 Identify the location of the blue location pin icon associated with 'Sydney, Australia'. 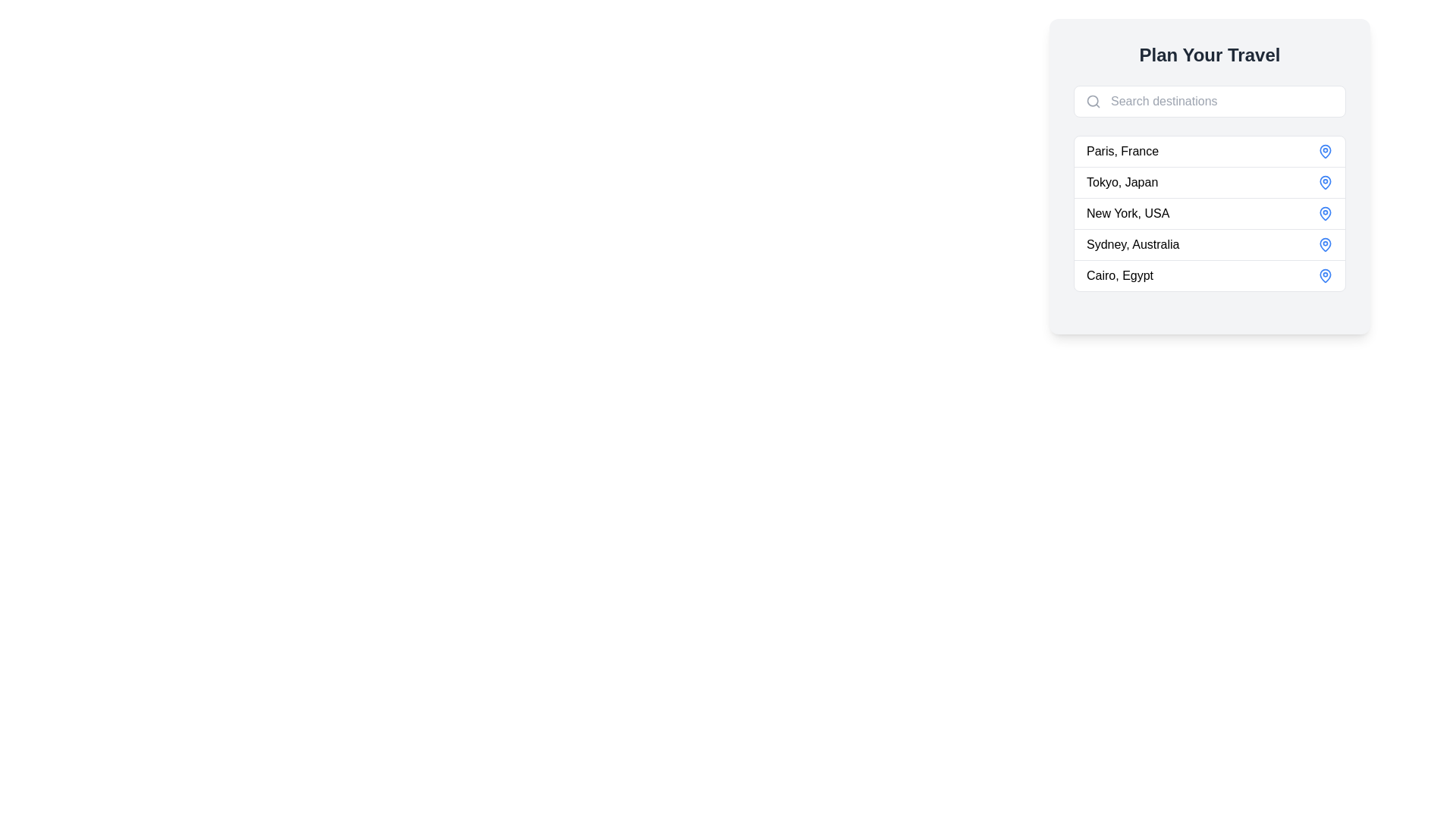
(1324, 243).